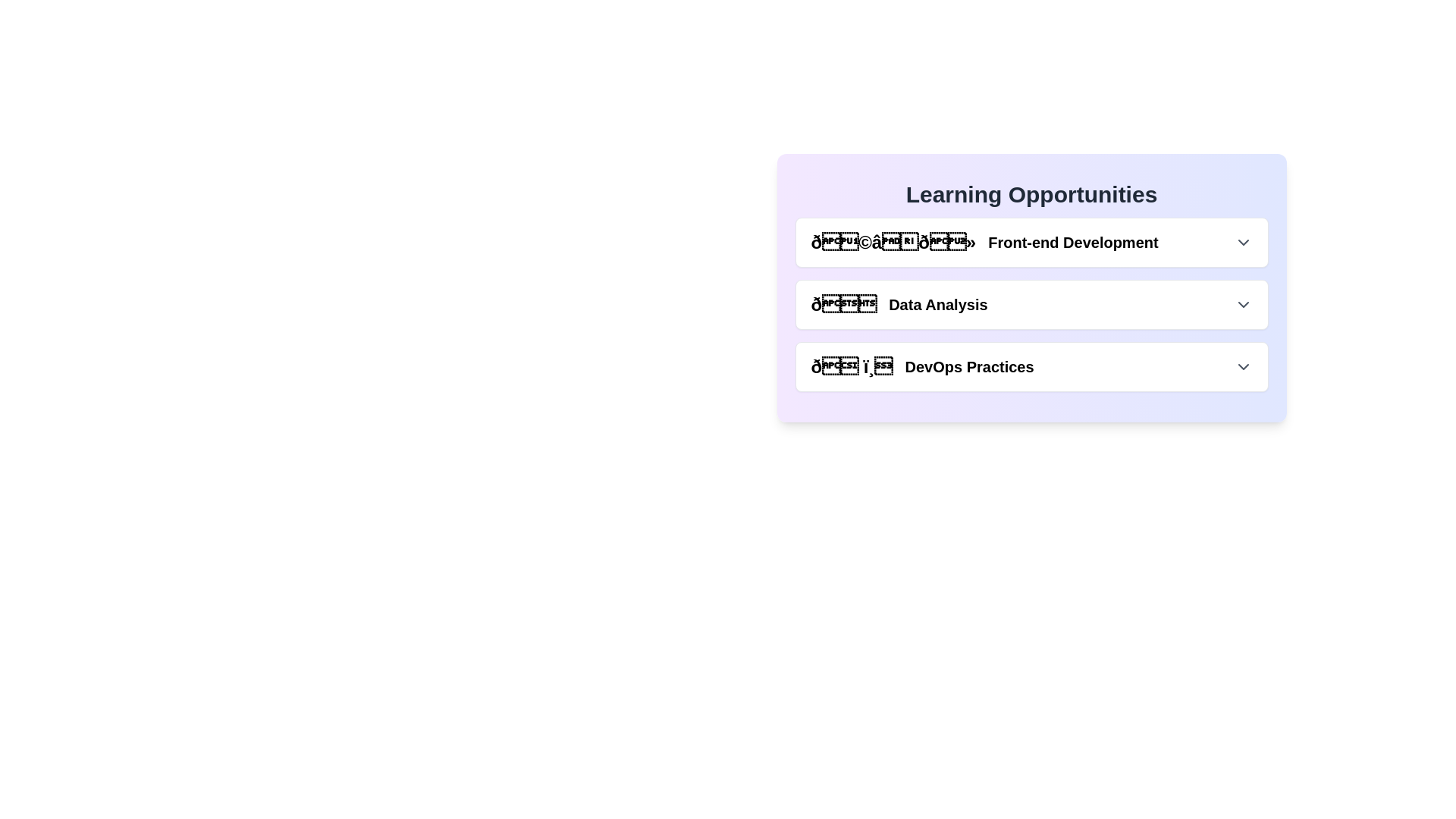 This screenshot has width=1456, height=819. I want to click on the envelope icon located in the 'Learning Opportunities' section under the 'Data Analysis' category, serving as a visual cue for this category, so click(843, 304).